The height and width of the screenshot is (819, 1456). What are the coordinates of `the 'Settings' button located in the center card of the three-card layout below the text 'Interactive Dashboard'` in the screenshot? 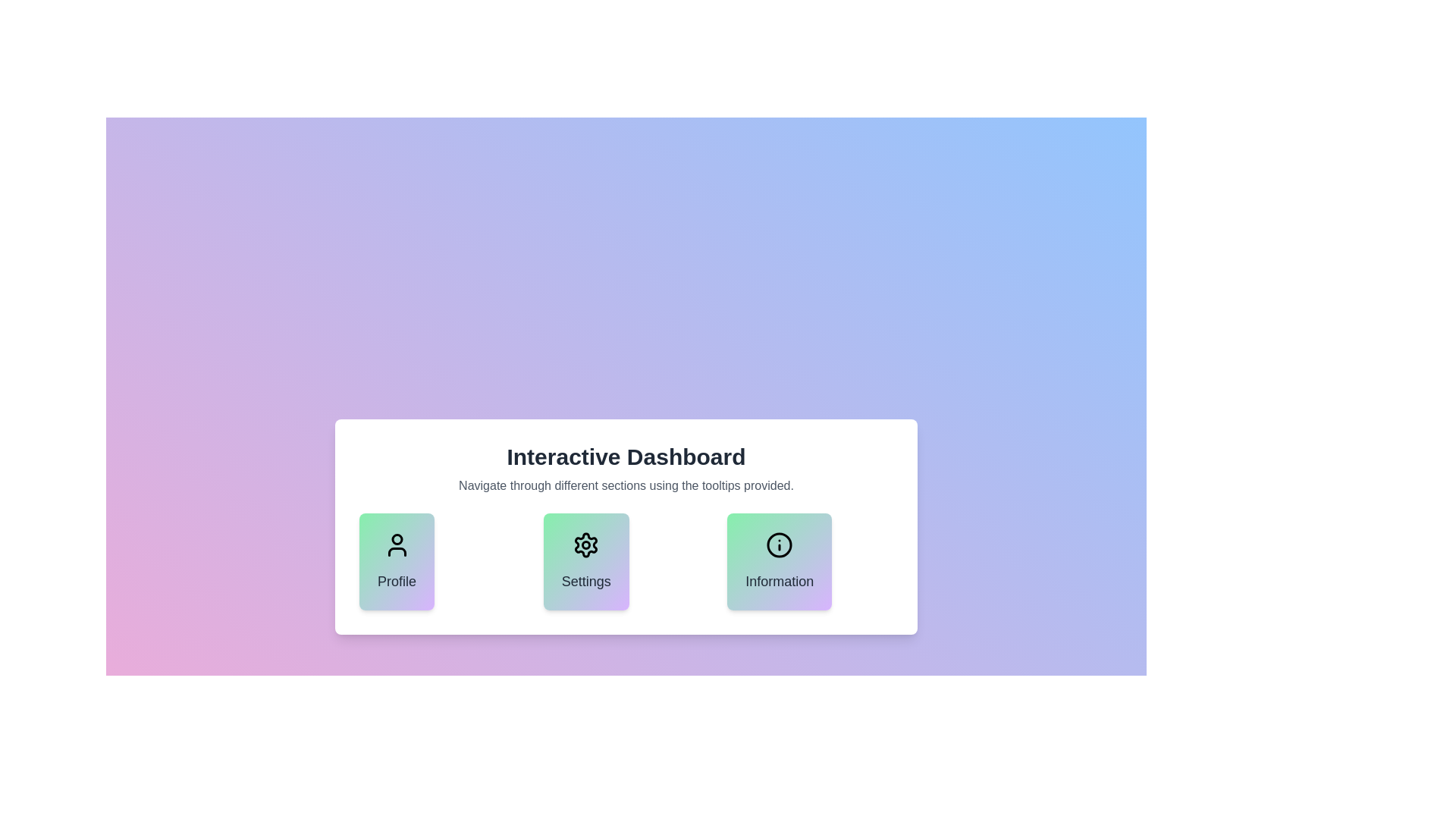 It's located at (585, 544).